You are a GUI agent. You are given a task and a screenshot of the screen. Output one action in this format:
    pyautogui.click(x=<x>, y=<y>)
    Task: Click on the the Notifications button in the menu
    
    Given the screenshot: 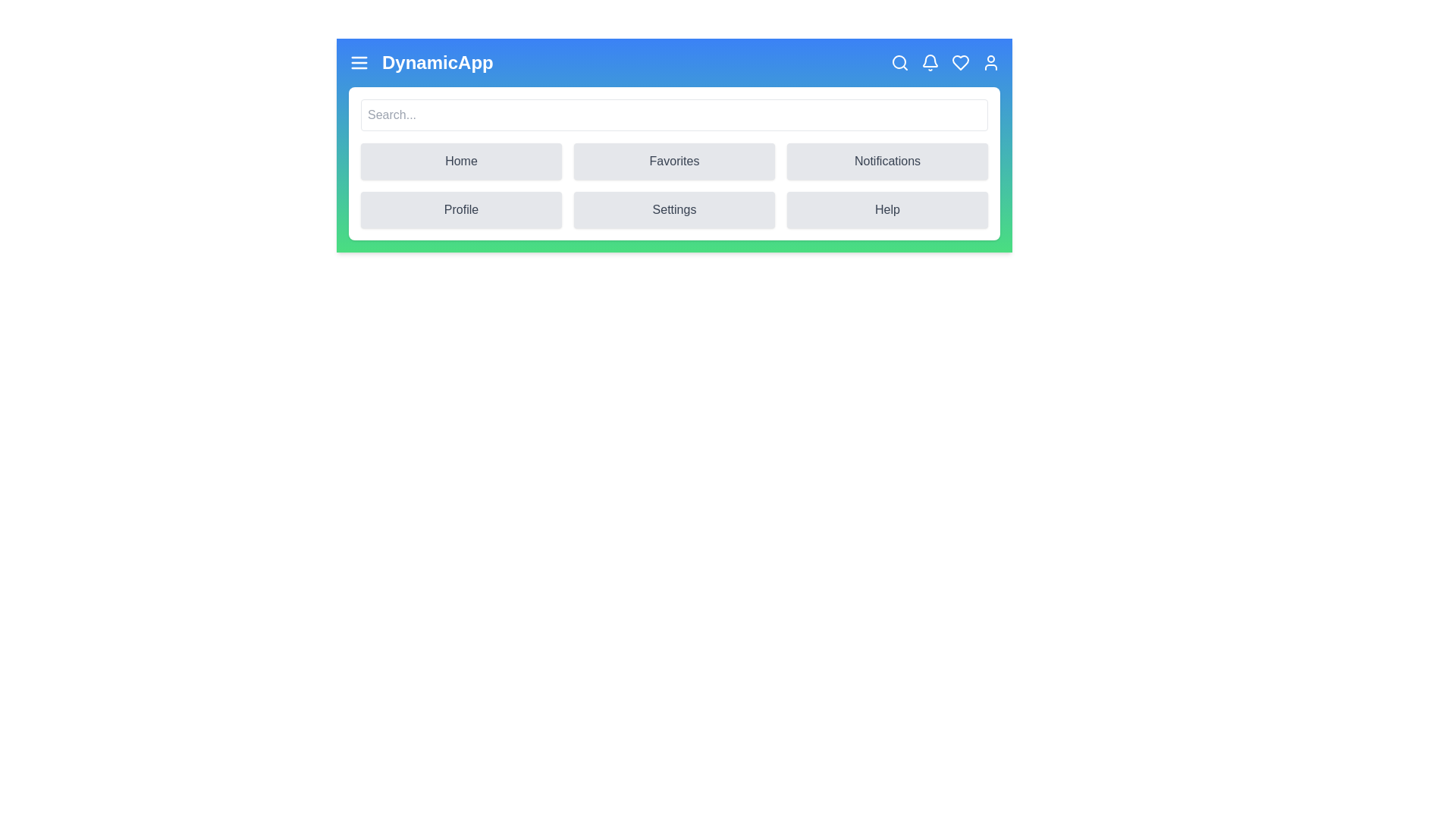 What is the action you would take?
    pyautogui.click(x=887, y=161)
    